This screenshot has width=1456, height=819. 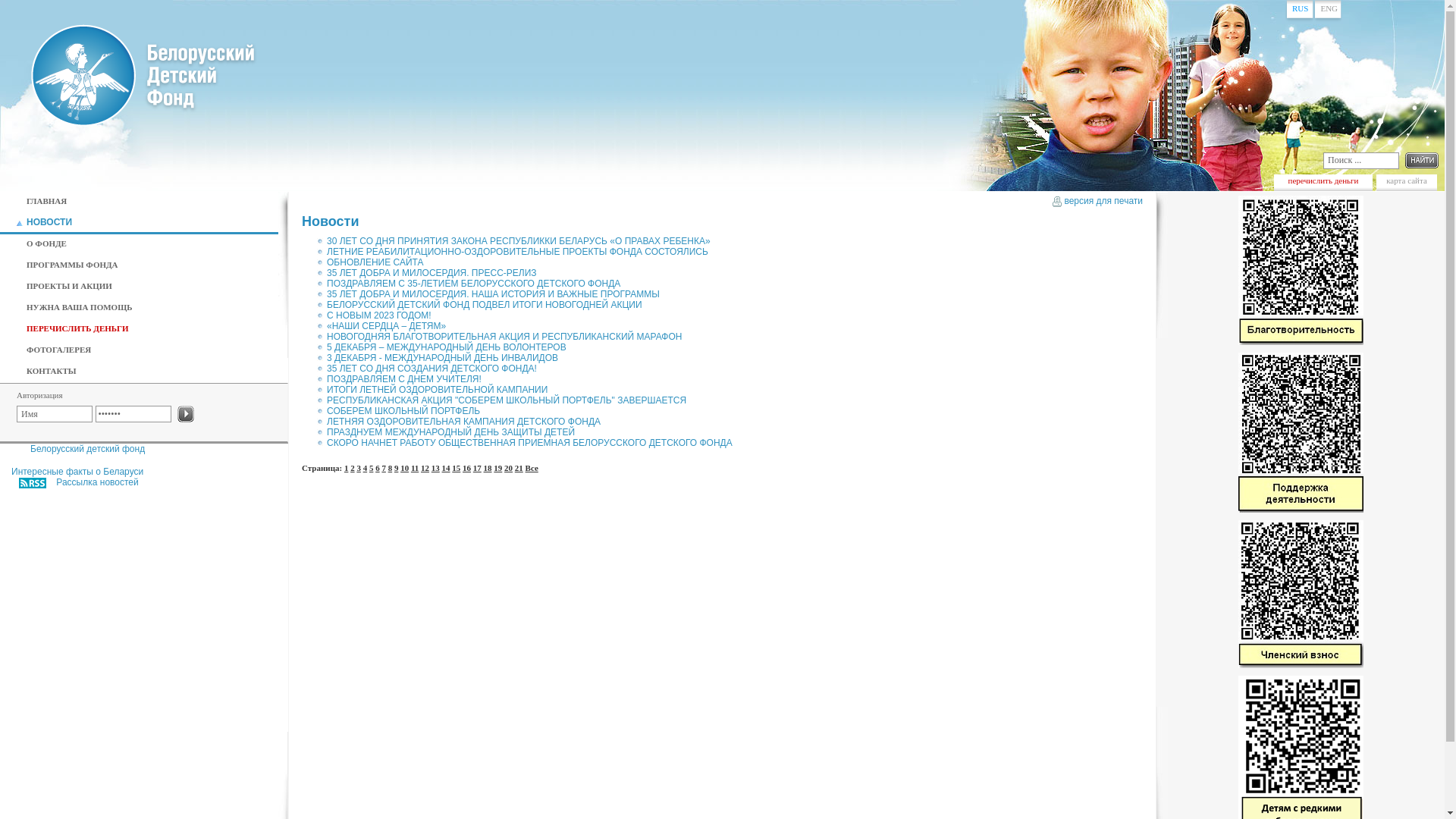 I want to click on '16', so click(x=466, y=463).